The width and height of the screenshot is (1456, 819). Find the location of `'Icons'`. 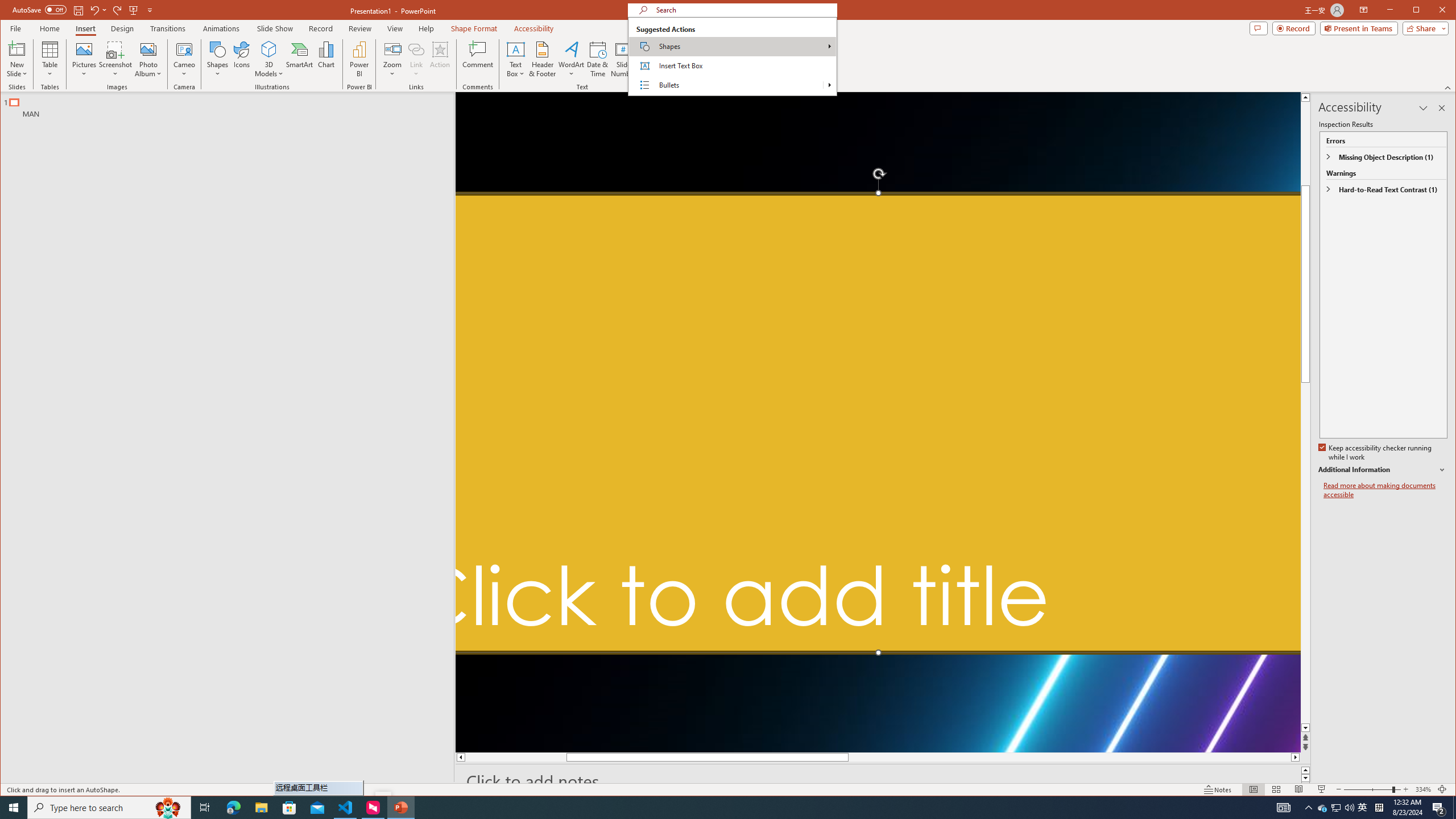

'Icons' is located at coordinates (241, 59).